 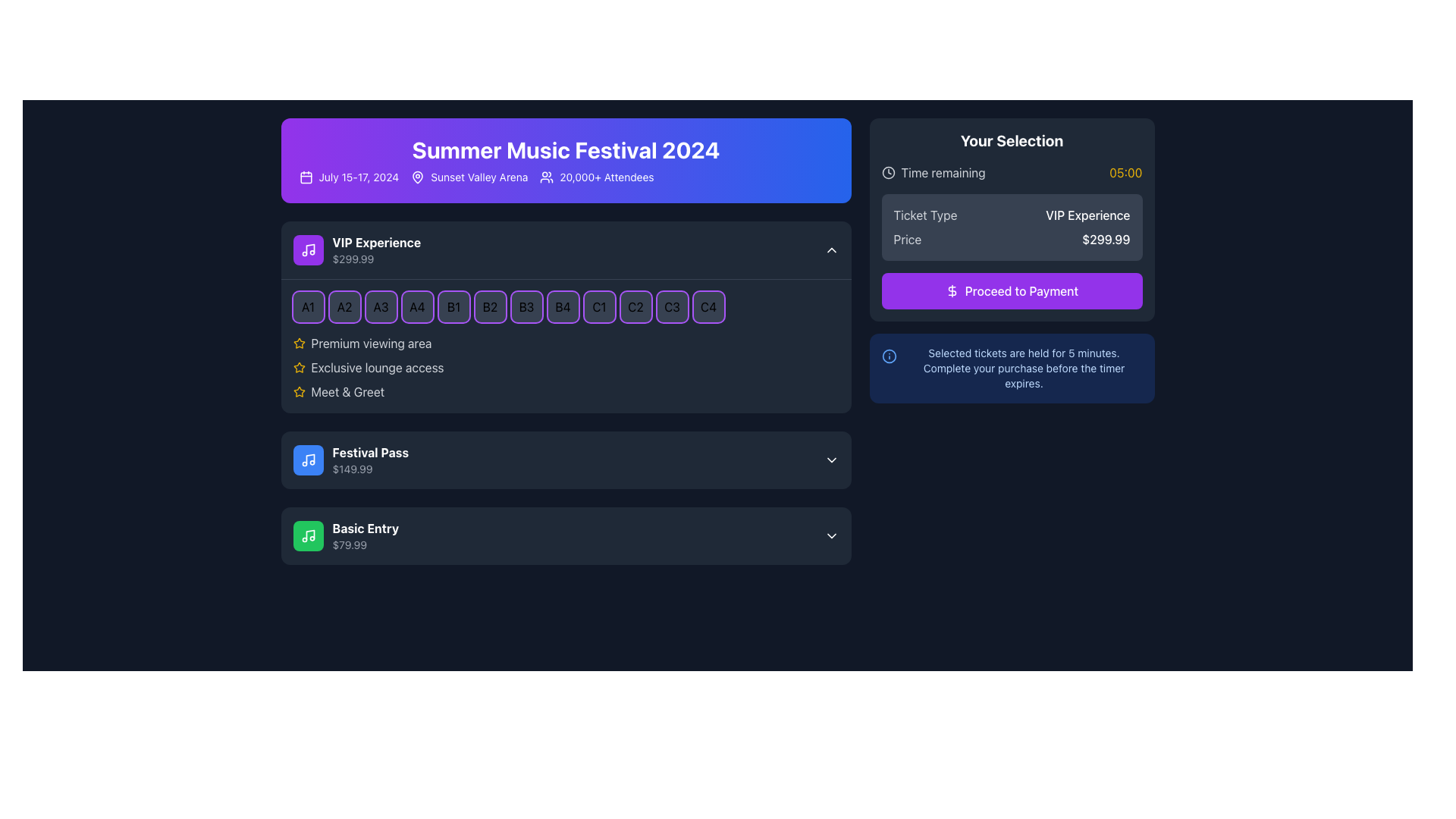 I want to click on the header that introduces the section displaying the user's current selection information, located at the top of the 'Your Selection' section on the right side of the interface, so click(x=1012, y=140).